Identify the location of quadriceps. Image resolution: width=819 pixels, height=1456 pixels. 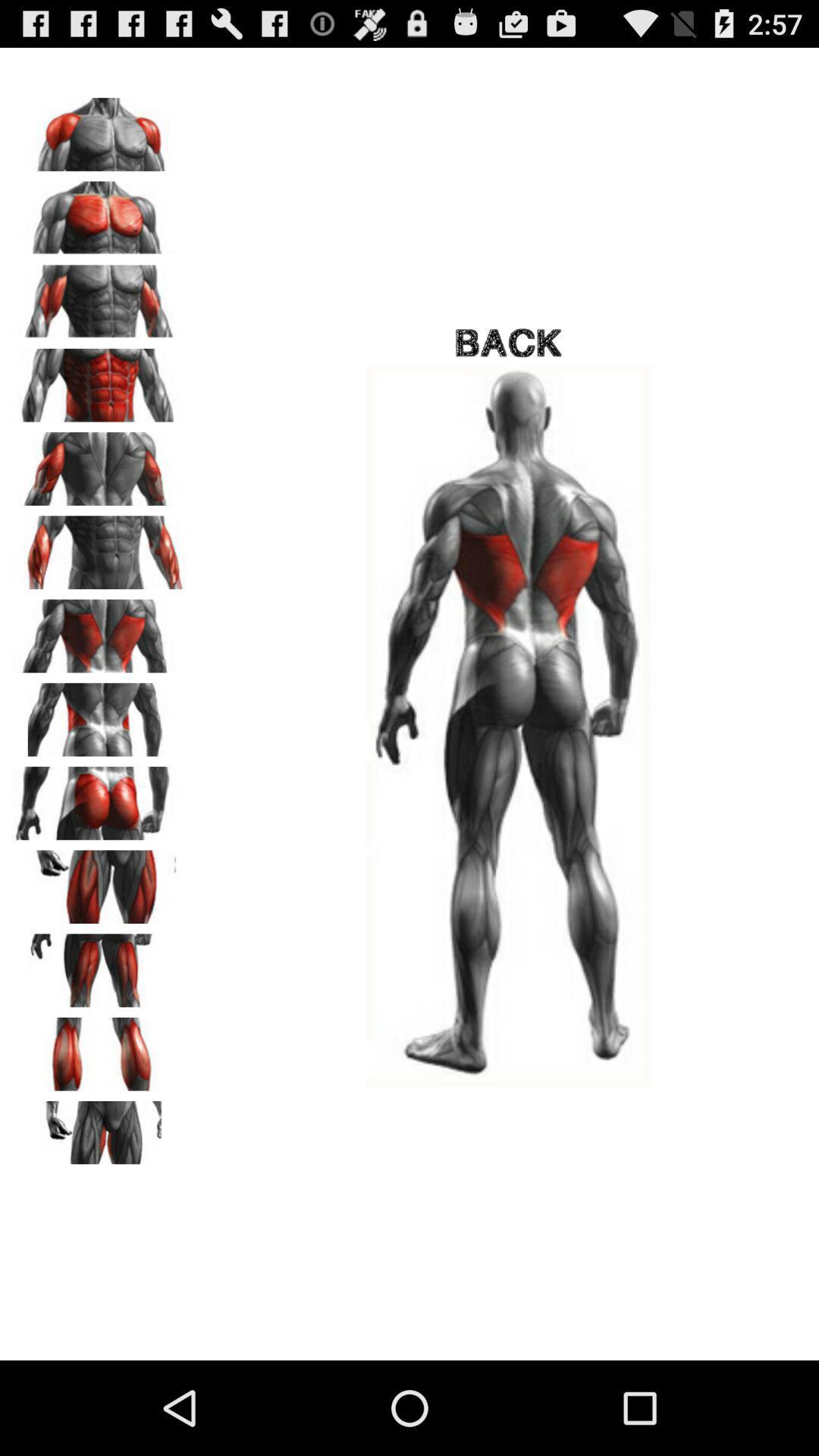
(99, 881).